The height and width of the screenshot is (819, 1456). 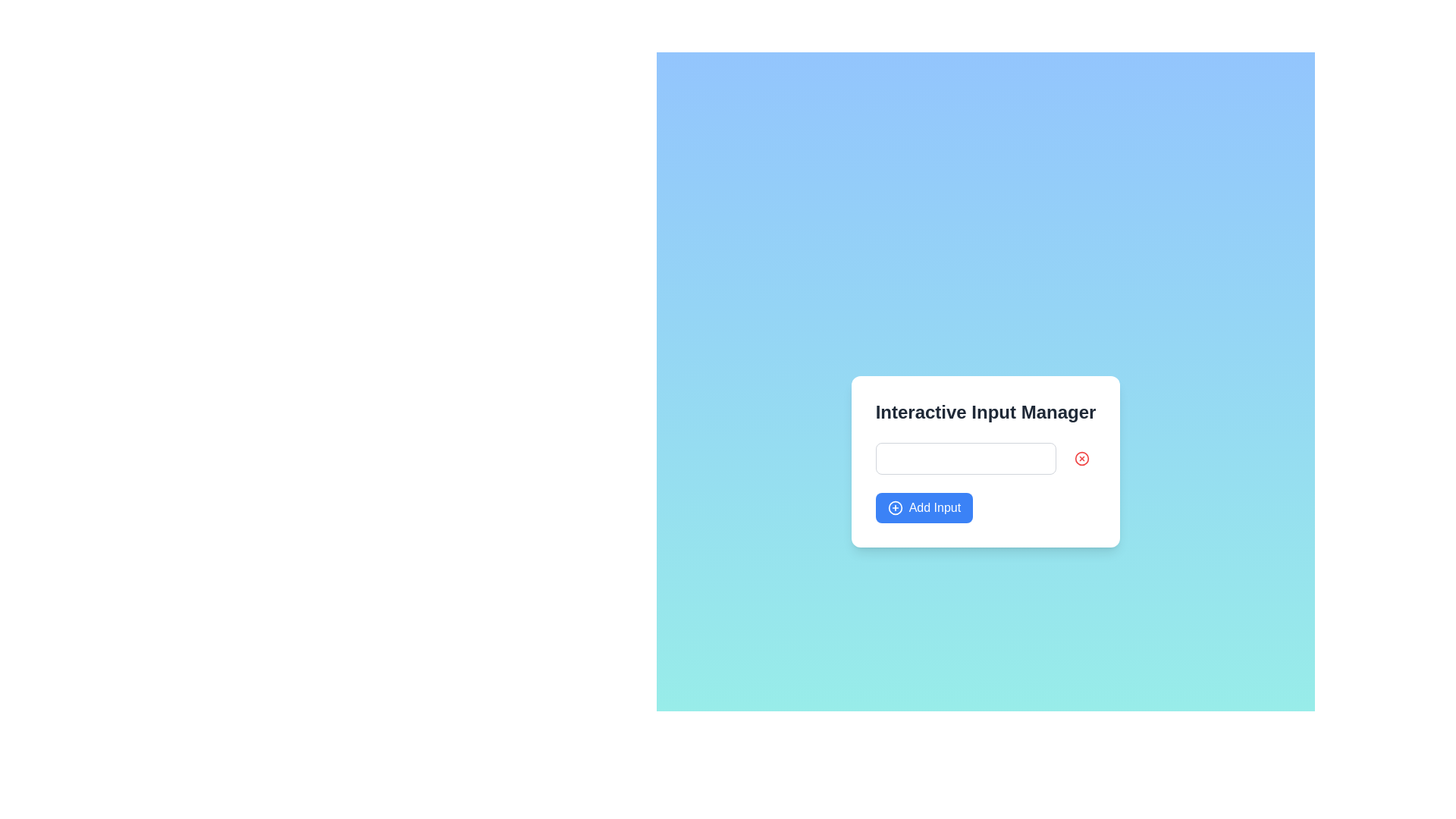 What do you see at coordinates (923, 508) in the screenshot?
I see `the rectangular blue button labeled 'Add Input' with a white plus icon` at bounding box center [923, 508].